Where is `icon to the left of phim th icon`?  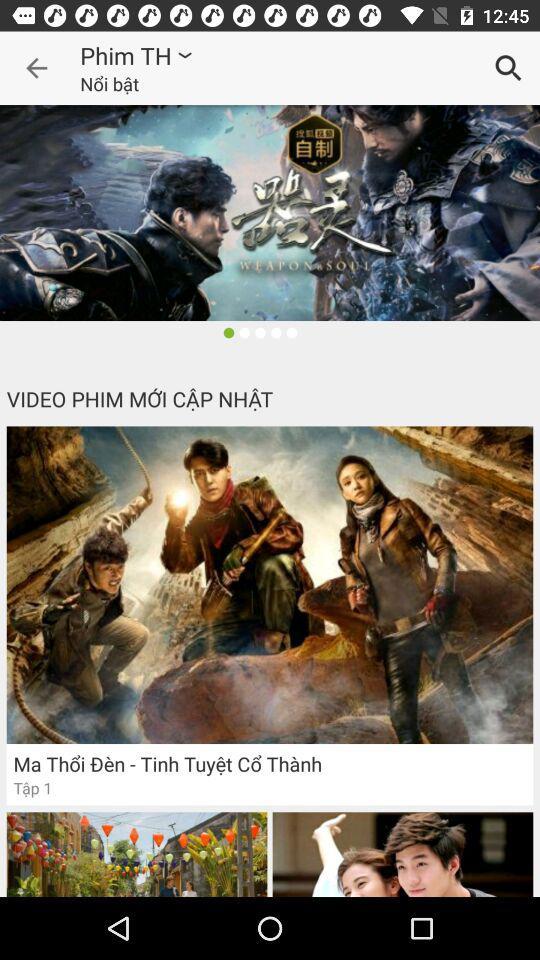 icon to the left of phim th icon is located at coordinates (36, 68).